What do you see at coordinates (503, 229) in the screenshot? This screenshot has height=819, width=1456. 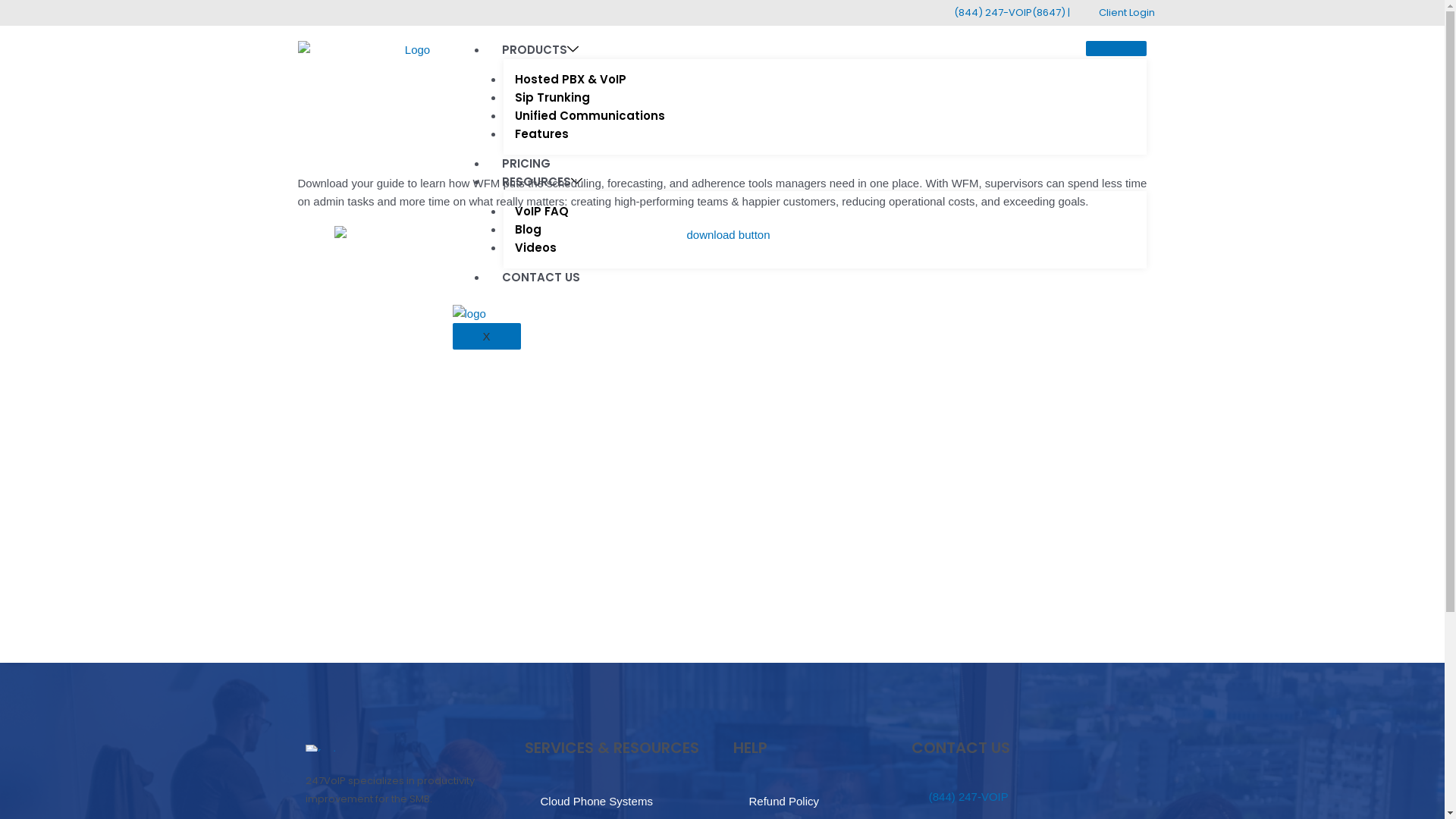 I see `'Blog'` at bounding box center [503, 229].